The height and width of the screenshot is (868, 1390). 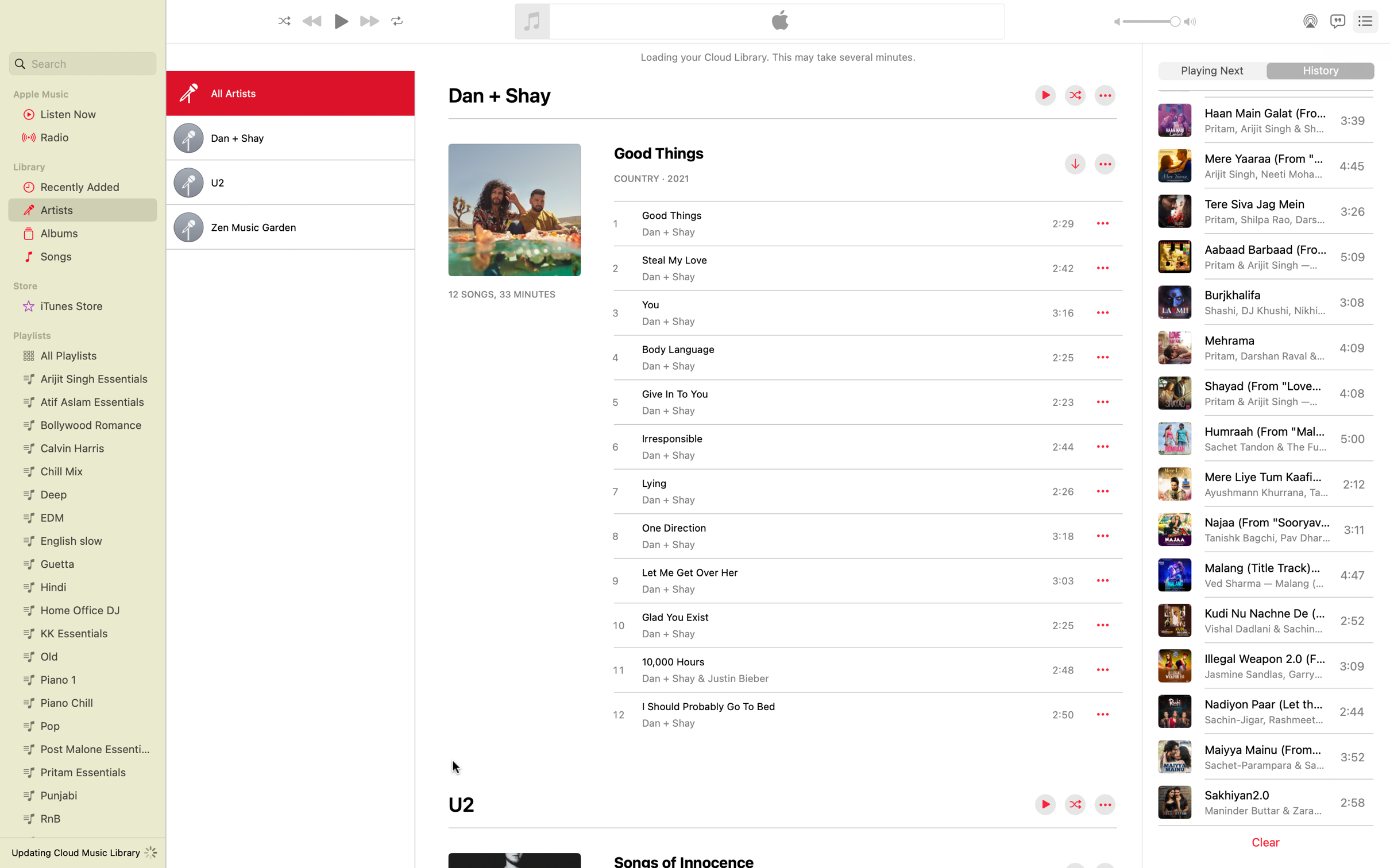 I want to click on play the song "1000 hours" later using more options button, so click(x=1102, y=669).